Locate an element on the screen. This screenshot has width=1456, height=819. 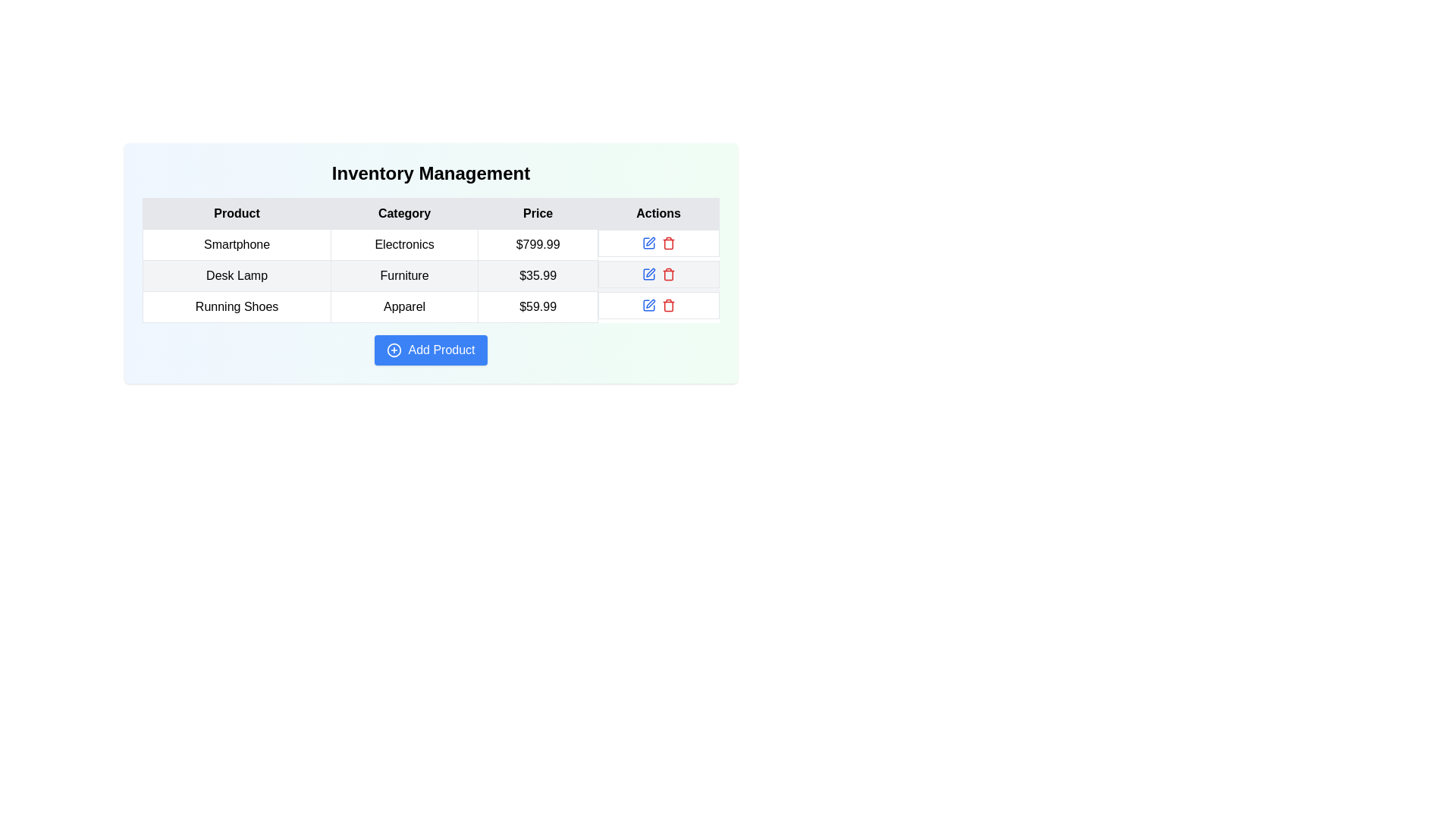
the 'Add New Product' button located below the 'Inventory Management' table is located at coordinates (430, 350).